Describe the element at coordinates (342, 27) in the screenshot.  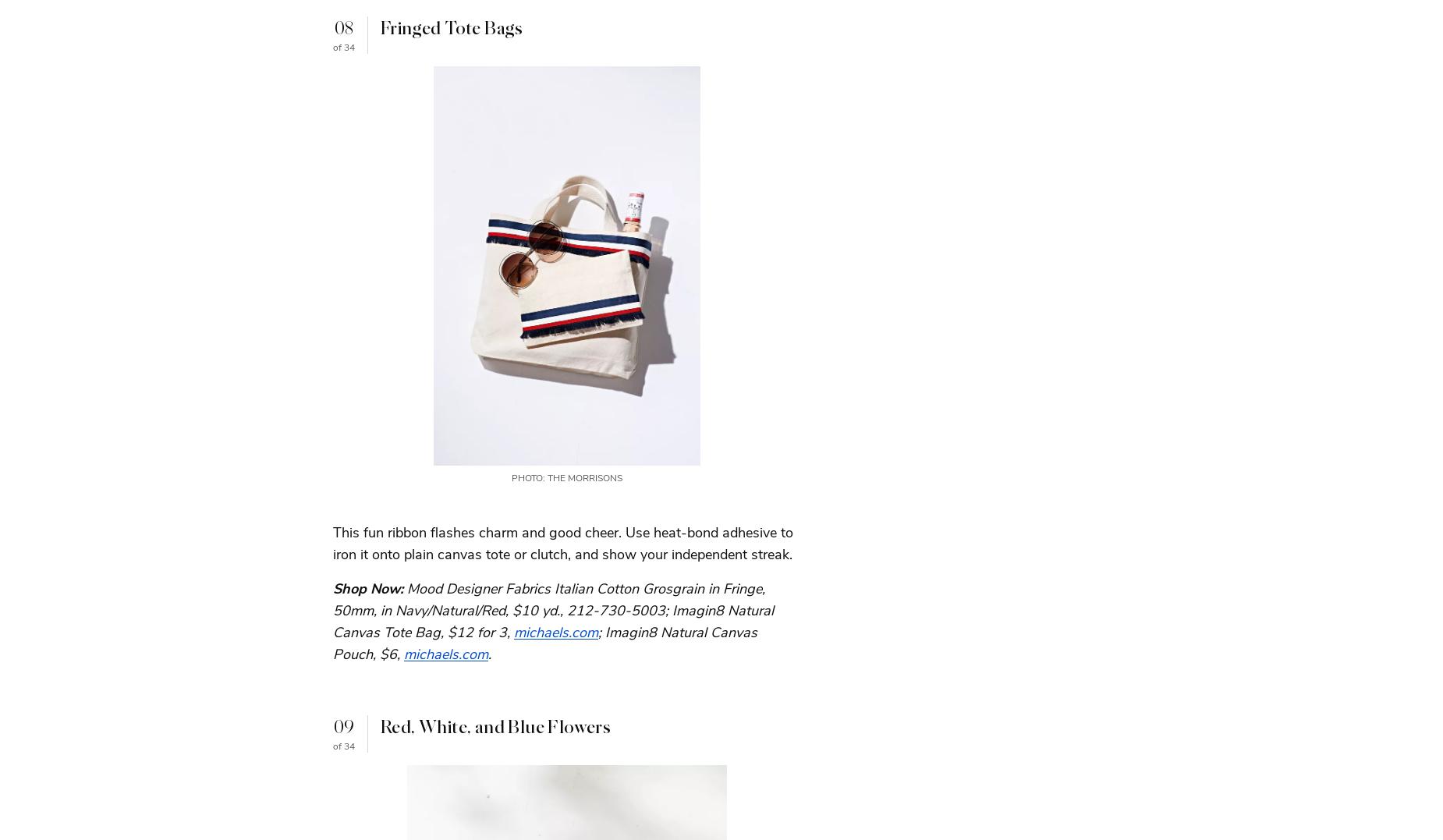
I see `'08'` at that location.